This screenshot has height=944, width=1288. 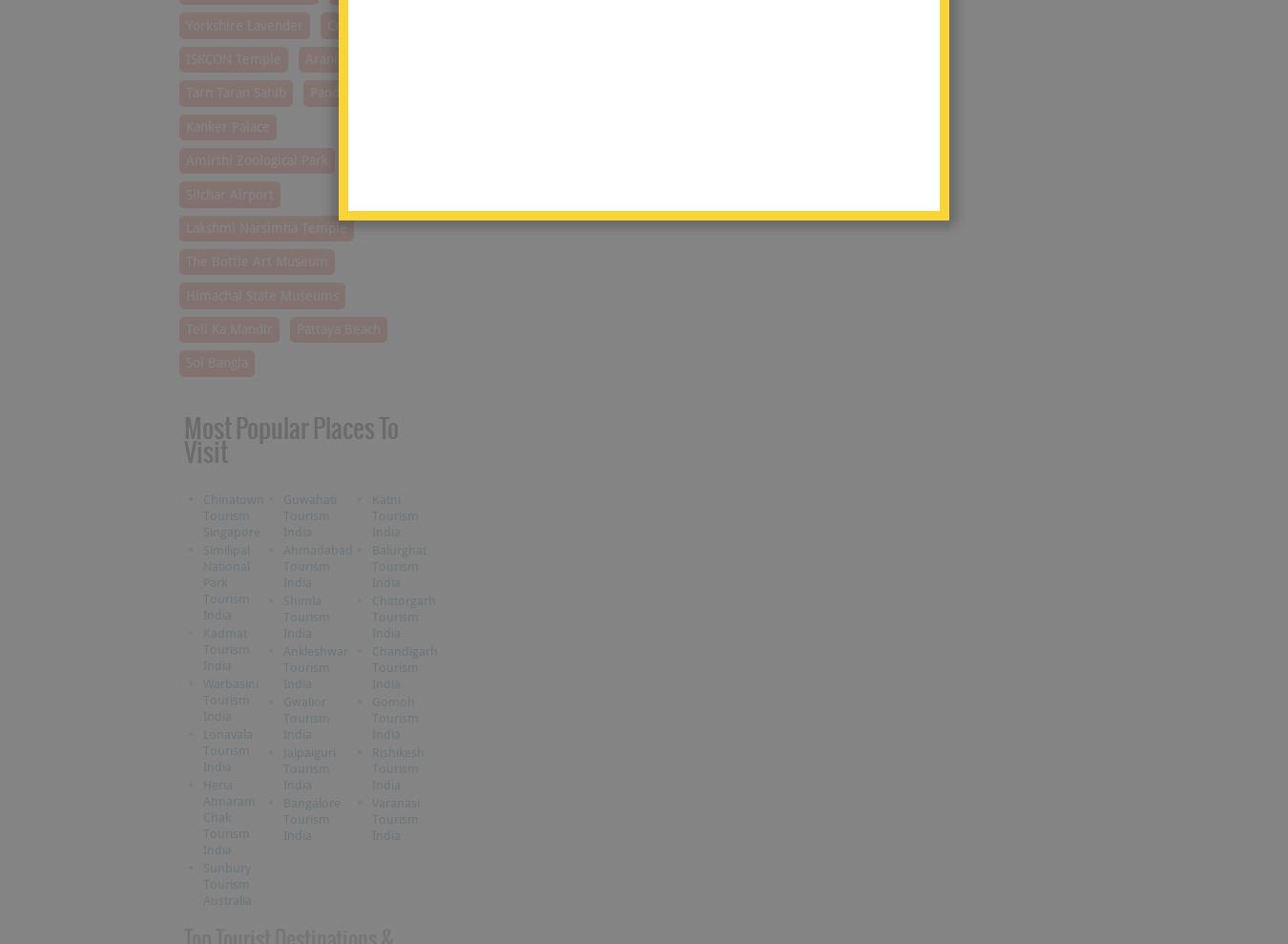 What do you see at coordinates (370, 818) in the screenshot?
I see `'Varanasi Tourism  India'` at bounding box center [370, 818].